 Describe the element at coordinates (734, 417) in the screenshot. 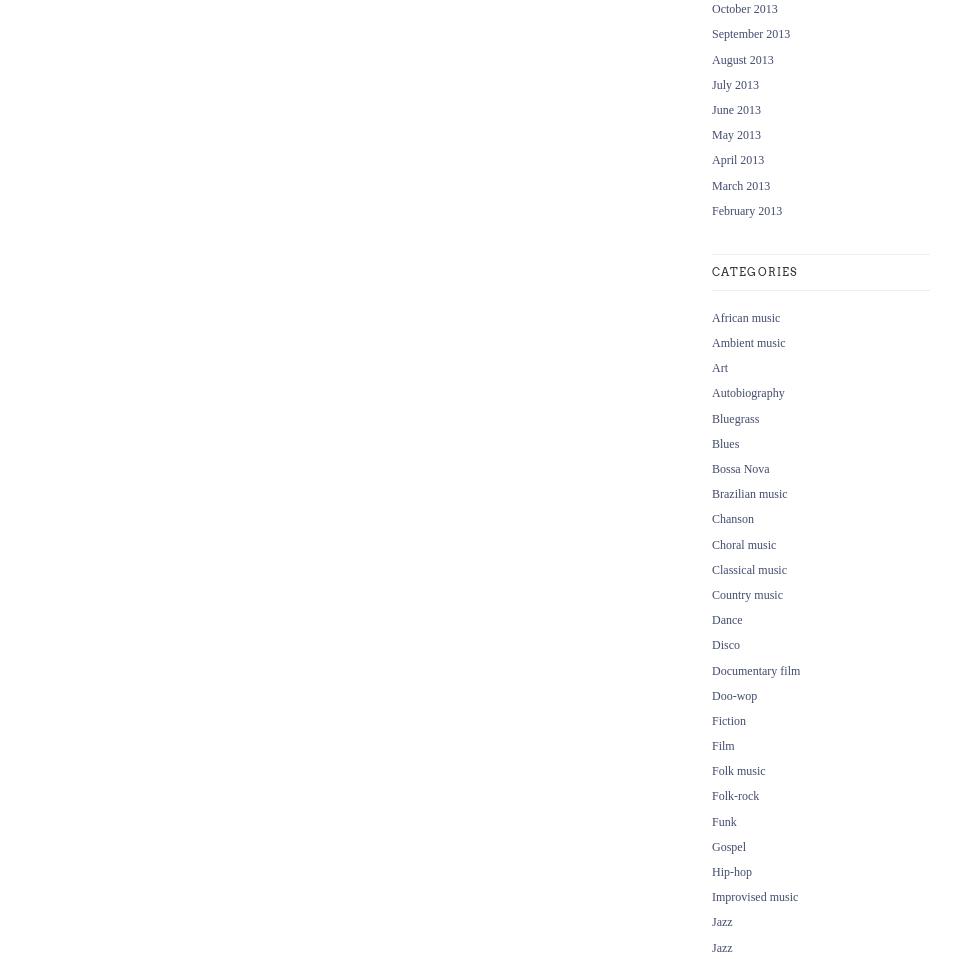

I see `'Bluegrass'` at that location.